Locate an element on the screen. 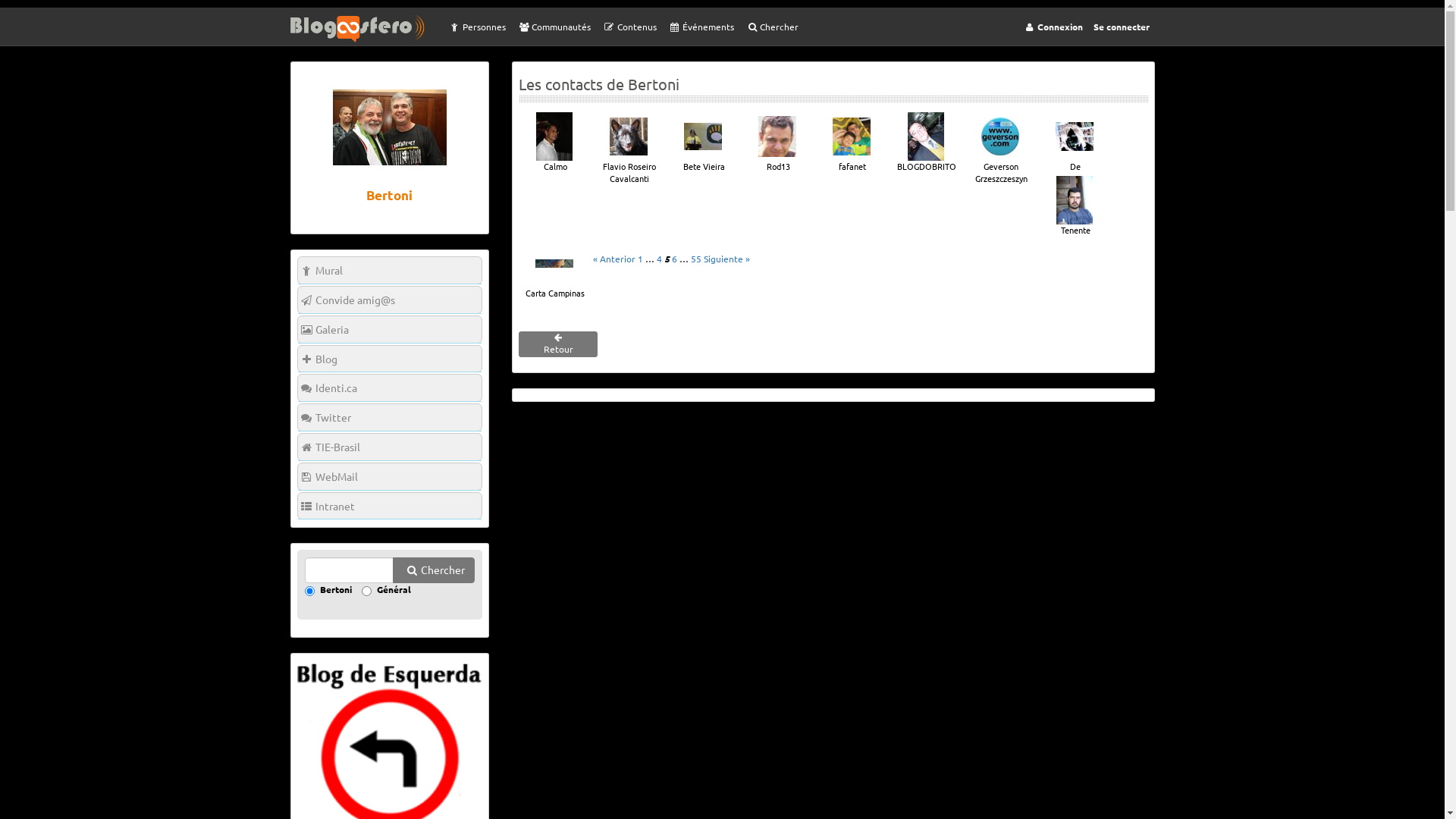 The width and height of the screenshot is (1456, 819). 'Identi.ca' is located at coordinates (389, 387).